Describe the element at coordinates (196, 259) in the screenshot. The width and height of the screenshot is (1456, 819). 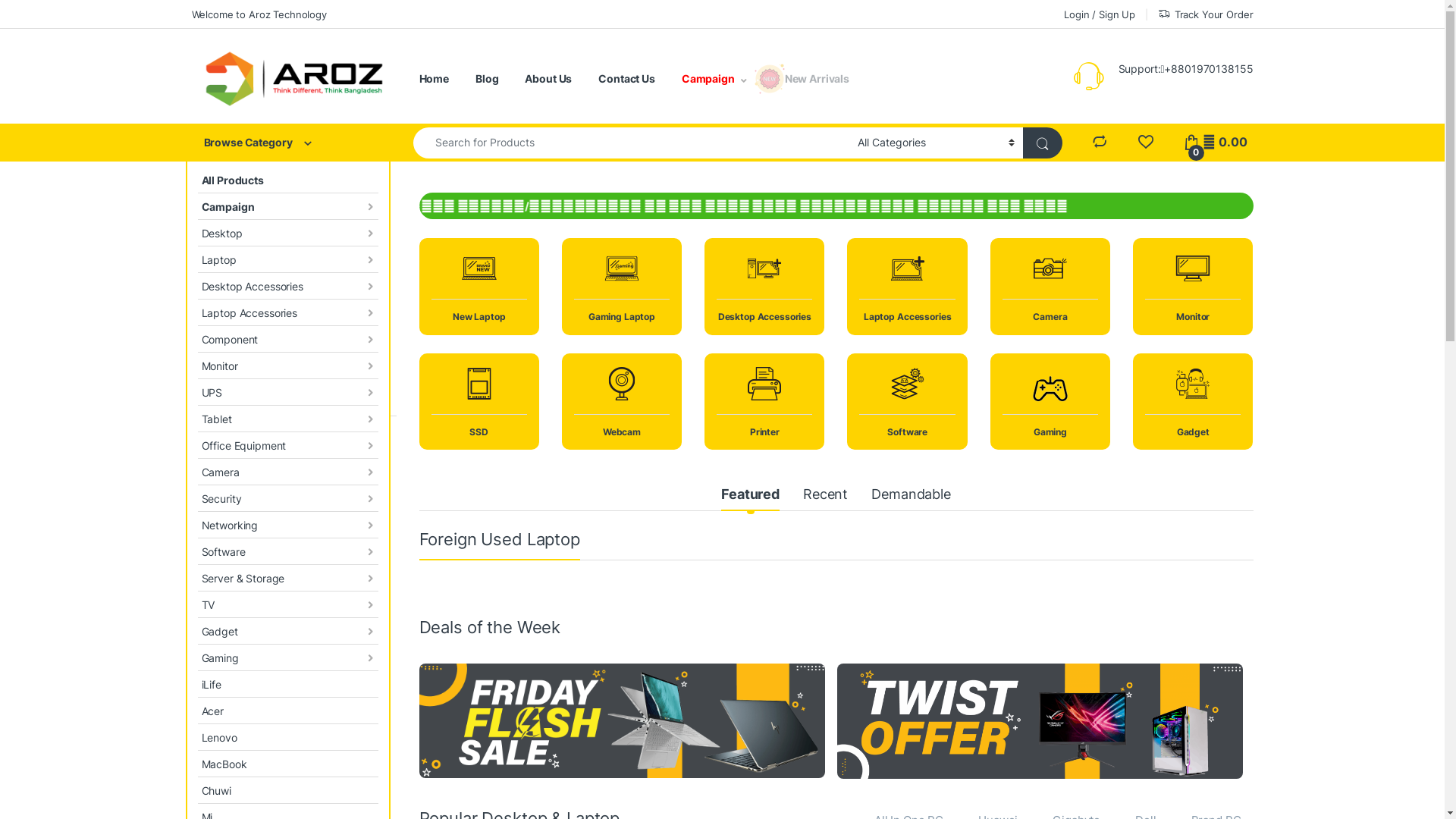
I see `'Laptop'` at that location.